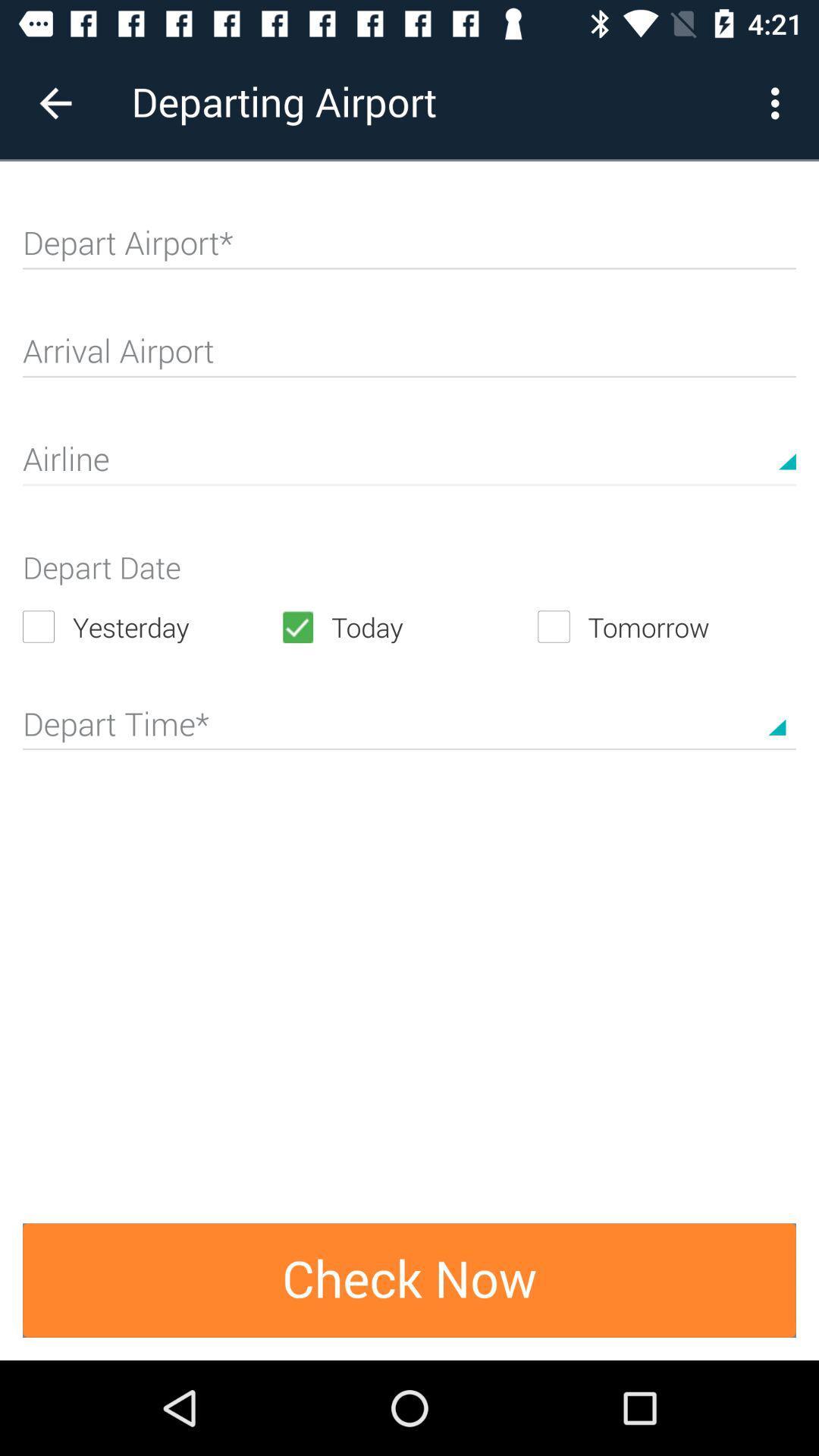 This screenshot has height=1456, width=819. What do you see at coordinates (409, 465) in the screenshot?
I see `airline` at bounding box center [409, 465].